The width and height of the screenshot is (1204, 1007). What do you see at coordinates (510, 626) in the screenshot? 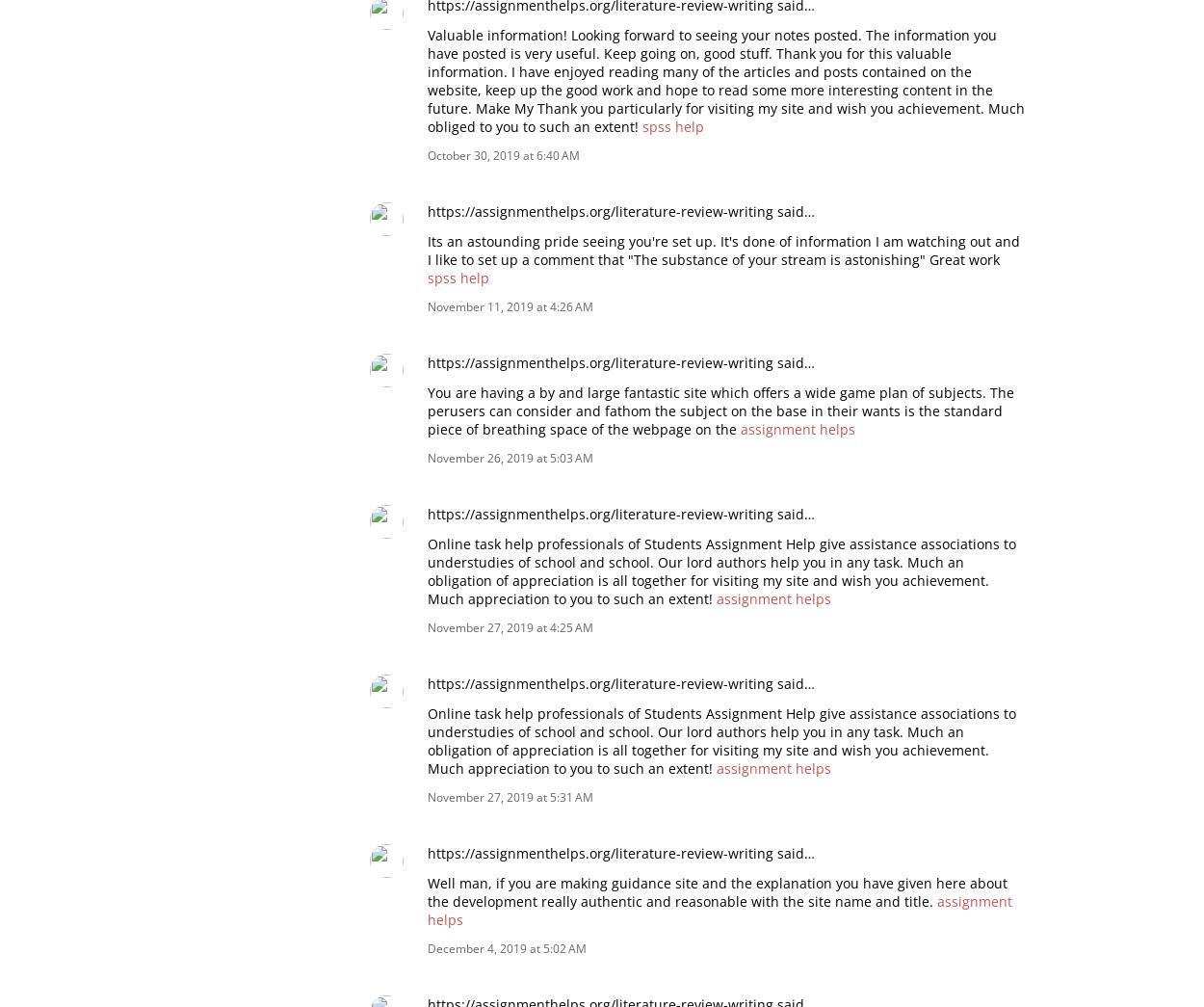
I see `'November 27, 2019 at 4:25 AM'` at bounding box center [510, 626].